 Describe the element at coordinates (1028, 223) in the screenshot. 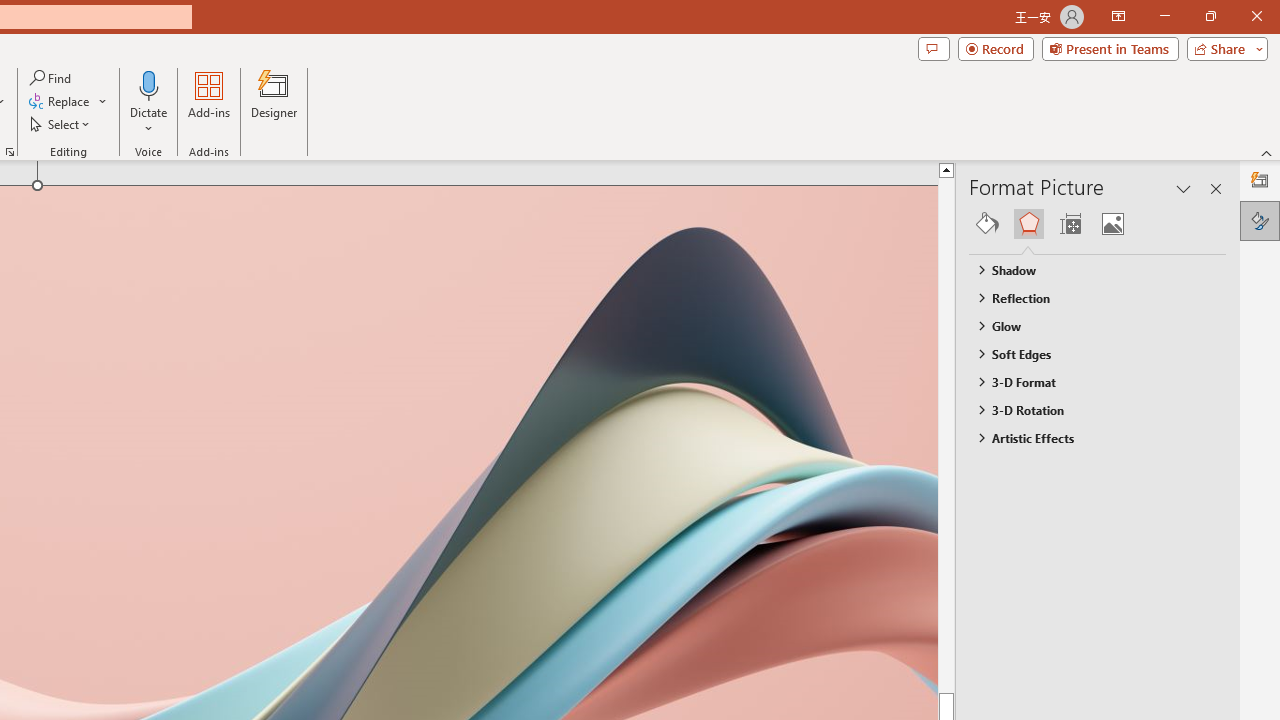

I see `'Effects'` at that location.